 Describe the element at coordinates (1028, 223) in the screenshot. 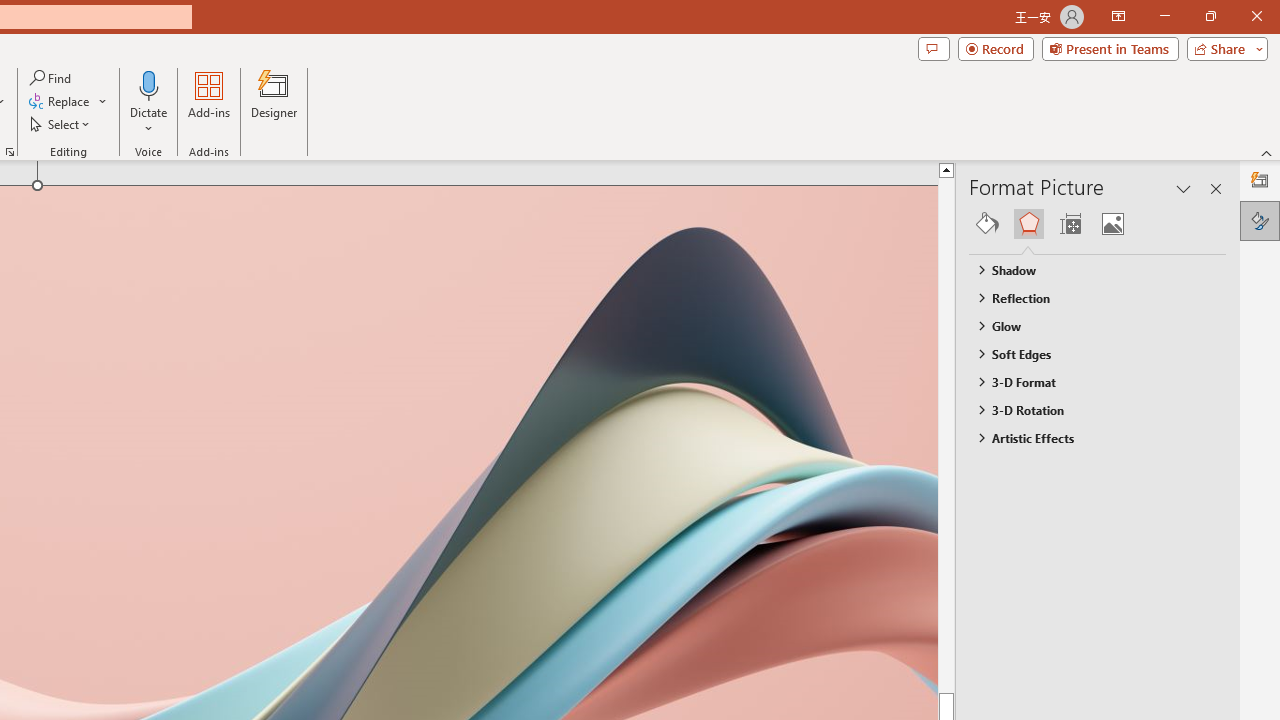

I see `'Effects'` at that location.